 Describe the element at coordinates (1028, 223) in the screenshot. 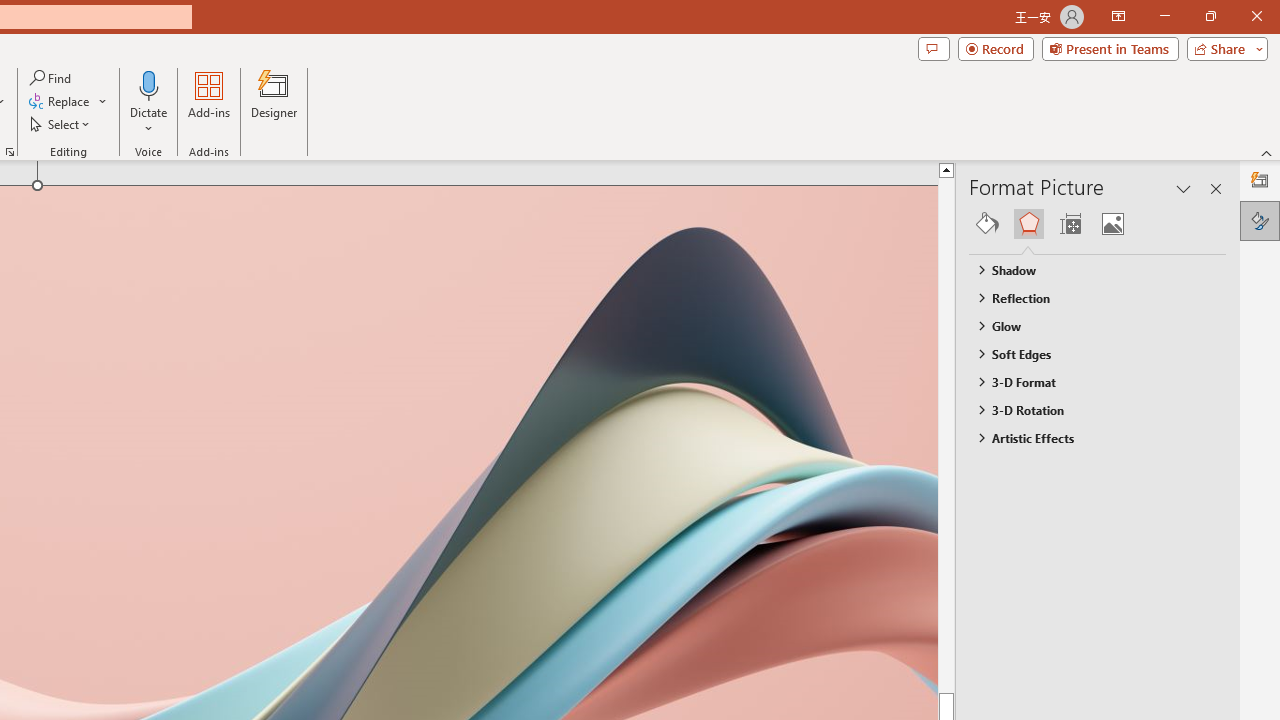

I see `'Effects'` at that location.